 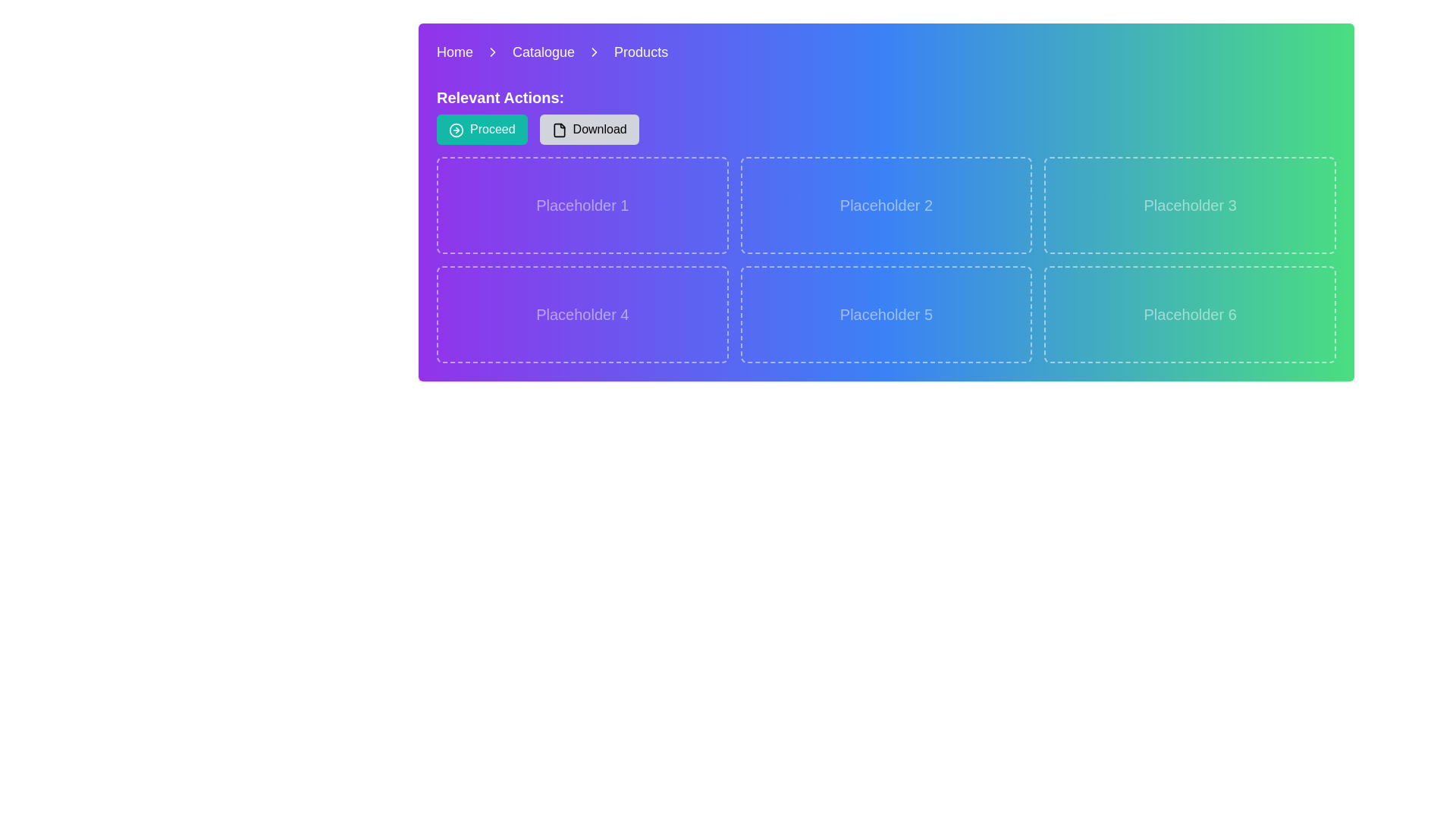 I want to click on the first button located at the top-left of the actions section to proceed to the next step in the workflow, so click(x=481, y=128).